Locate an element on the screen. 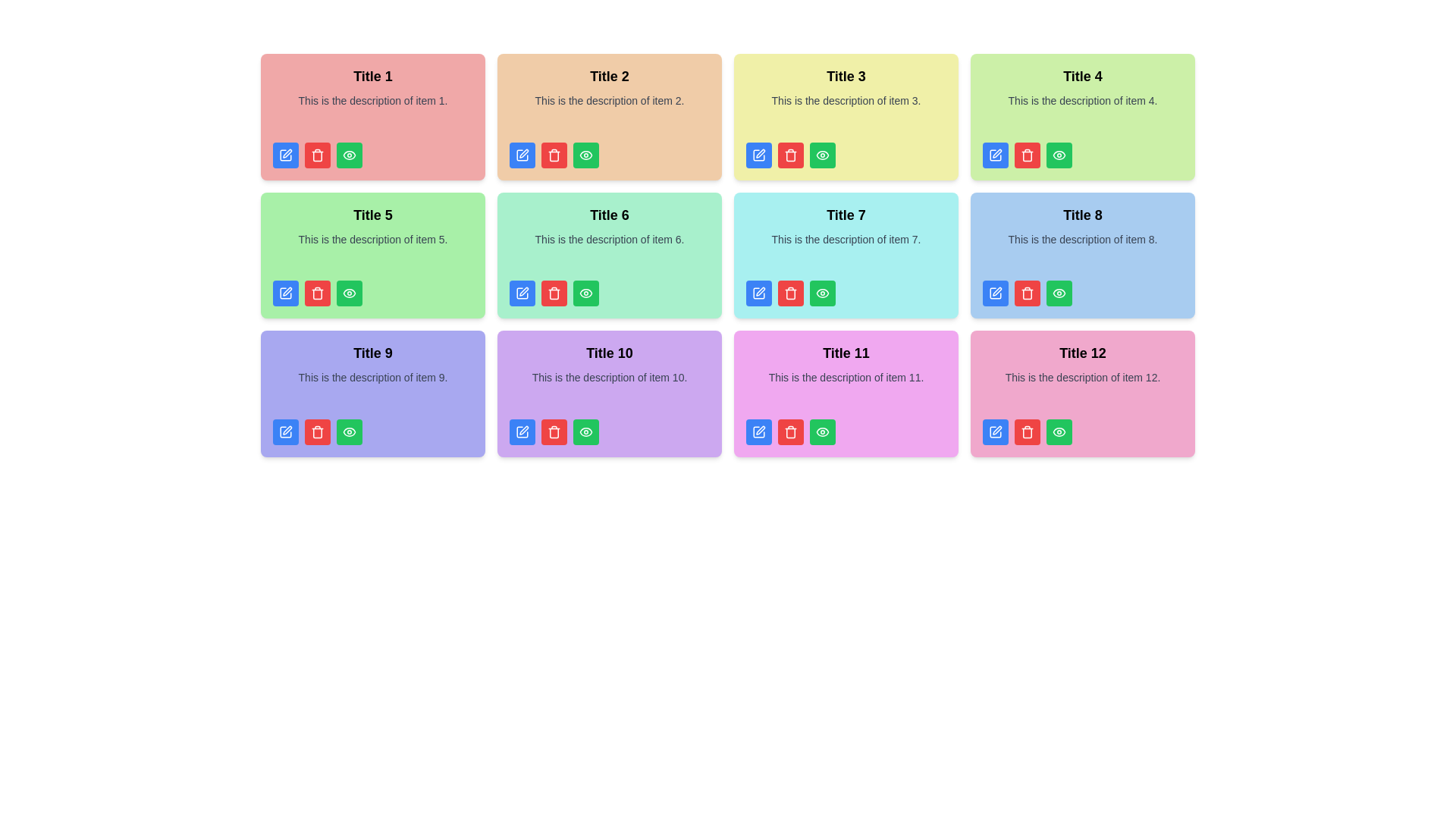  the group of buttons contained within the card titled 'Title 8', which is located at the bottom section of the card with a light blue background is located at coordinates (1082, 293).